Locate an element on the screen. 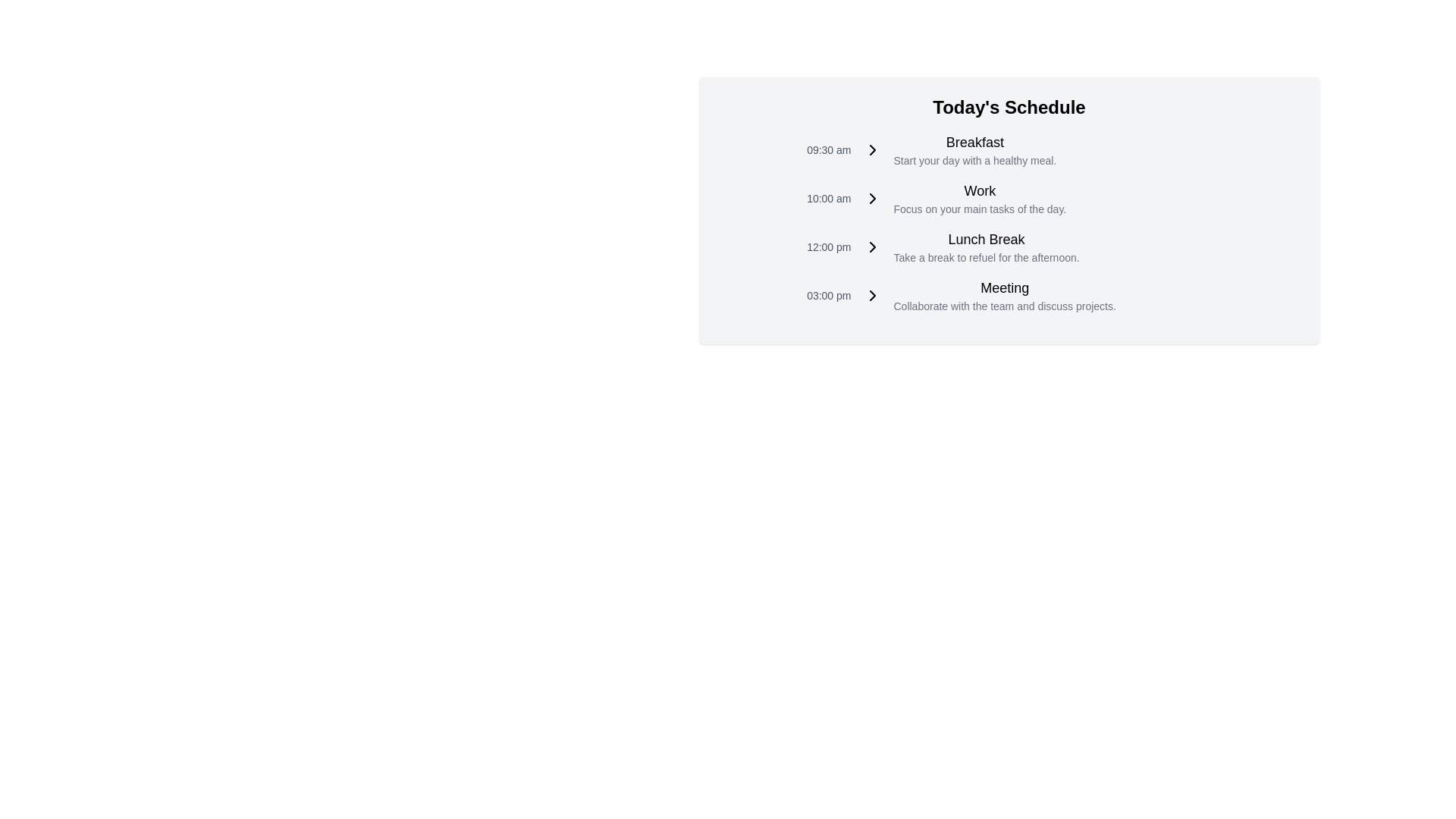 Image resolution: width=1456 pixels, height=819 pixels. the chevron icon located directly to the right of the '03:00 pm' label in the schedule listing is located at coordinates (872, 295).